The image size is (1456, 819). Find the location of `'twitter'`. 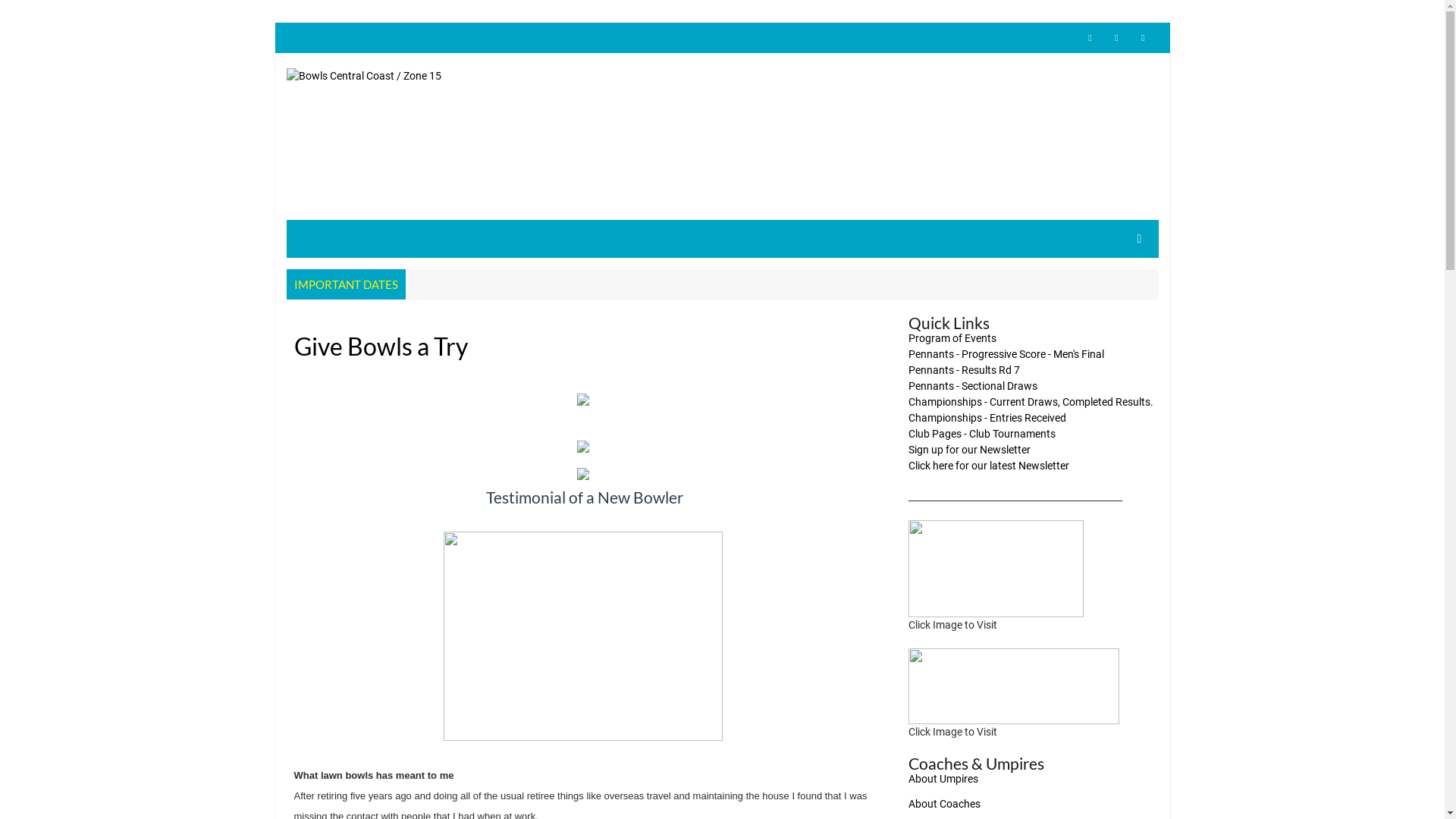

'twitter' is located at coordinates (1088, 37).